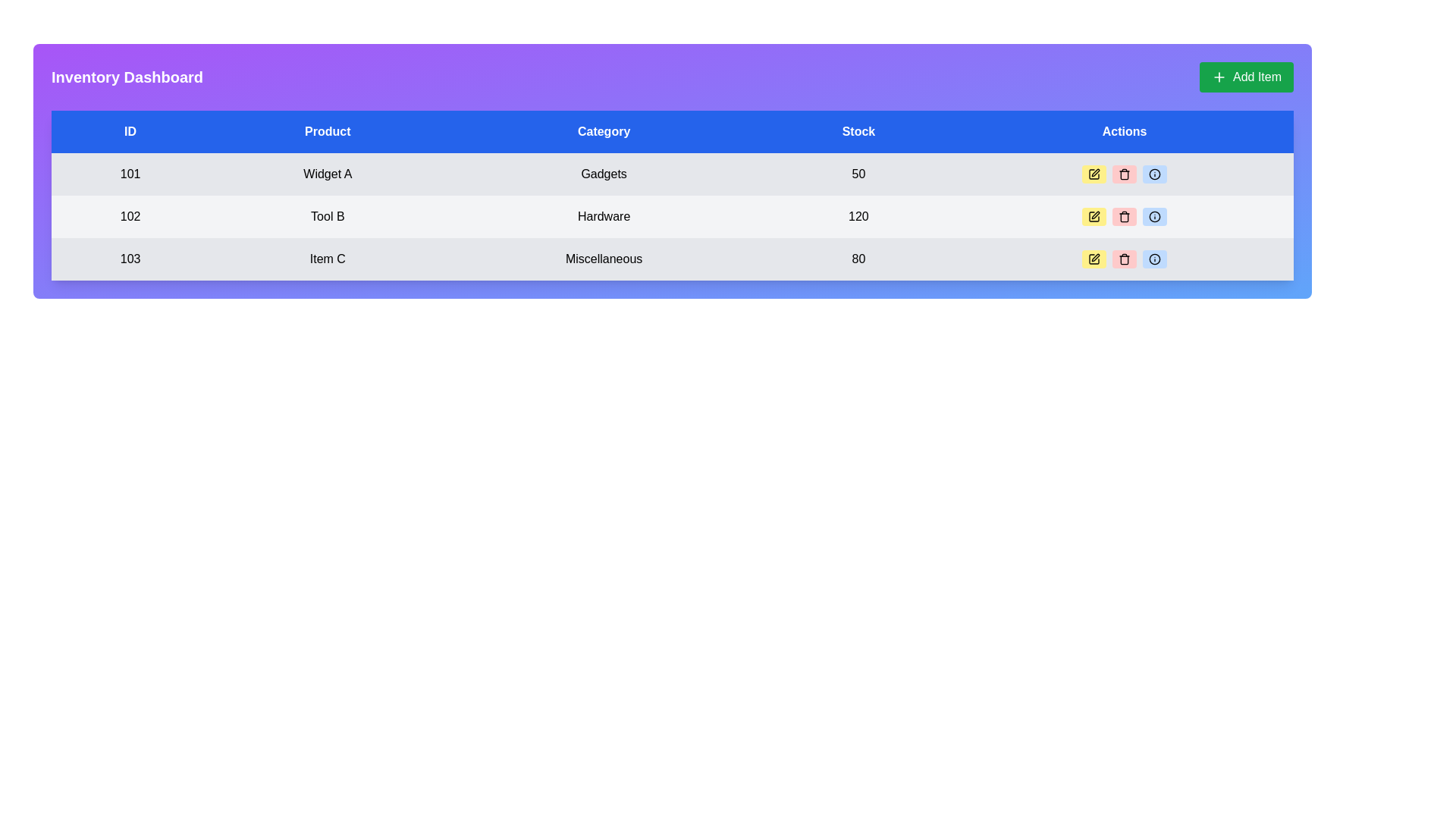  What do you see at coordinates (1125, 174) in the screenshot?
I see `the third button in the row of action buttons, which has a trash icon` at bounding box center [1125, 174].